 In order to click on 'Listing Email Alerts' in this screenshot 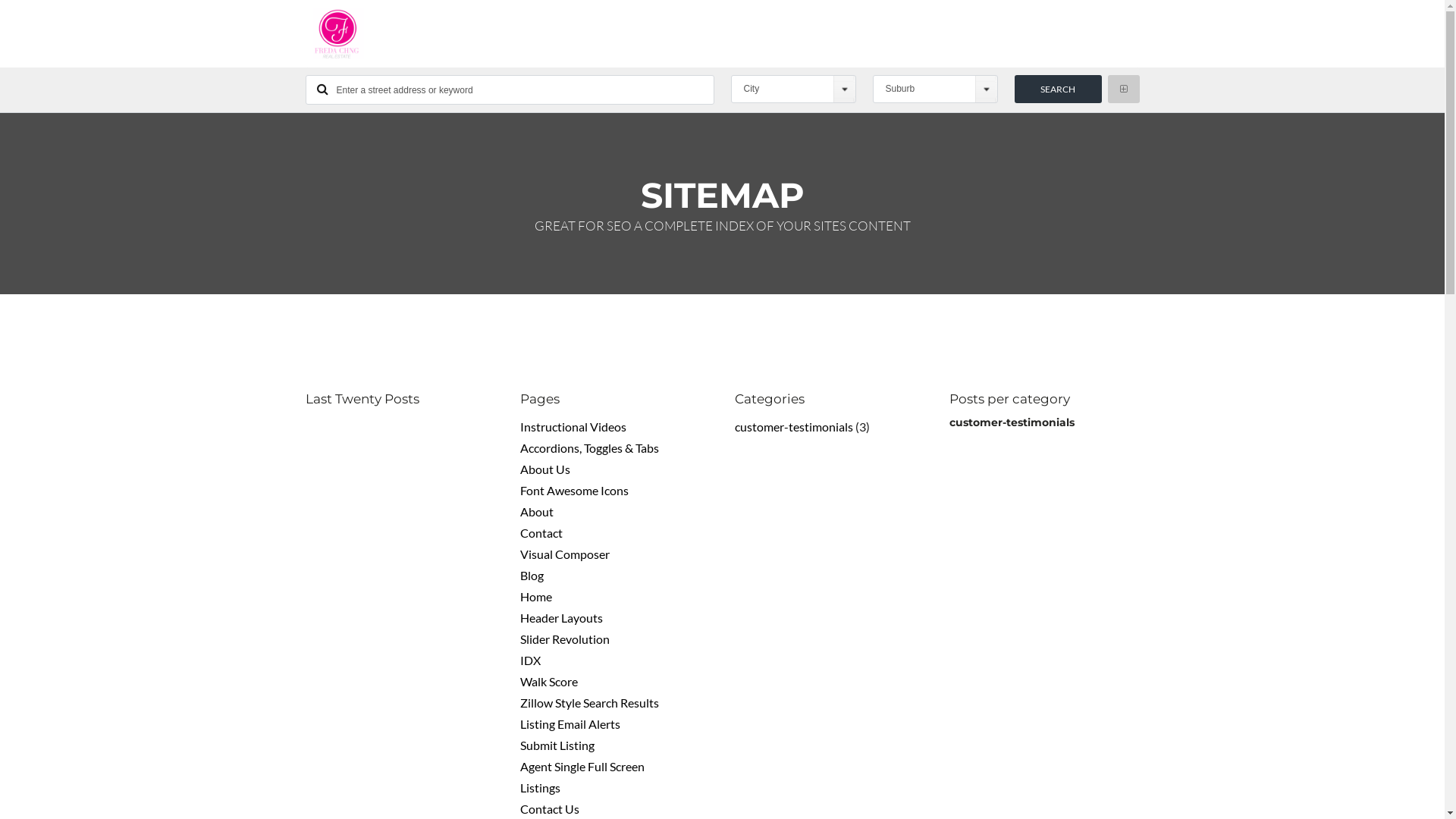, I will do `click(570, 723)`.